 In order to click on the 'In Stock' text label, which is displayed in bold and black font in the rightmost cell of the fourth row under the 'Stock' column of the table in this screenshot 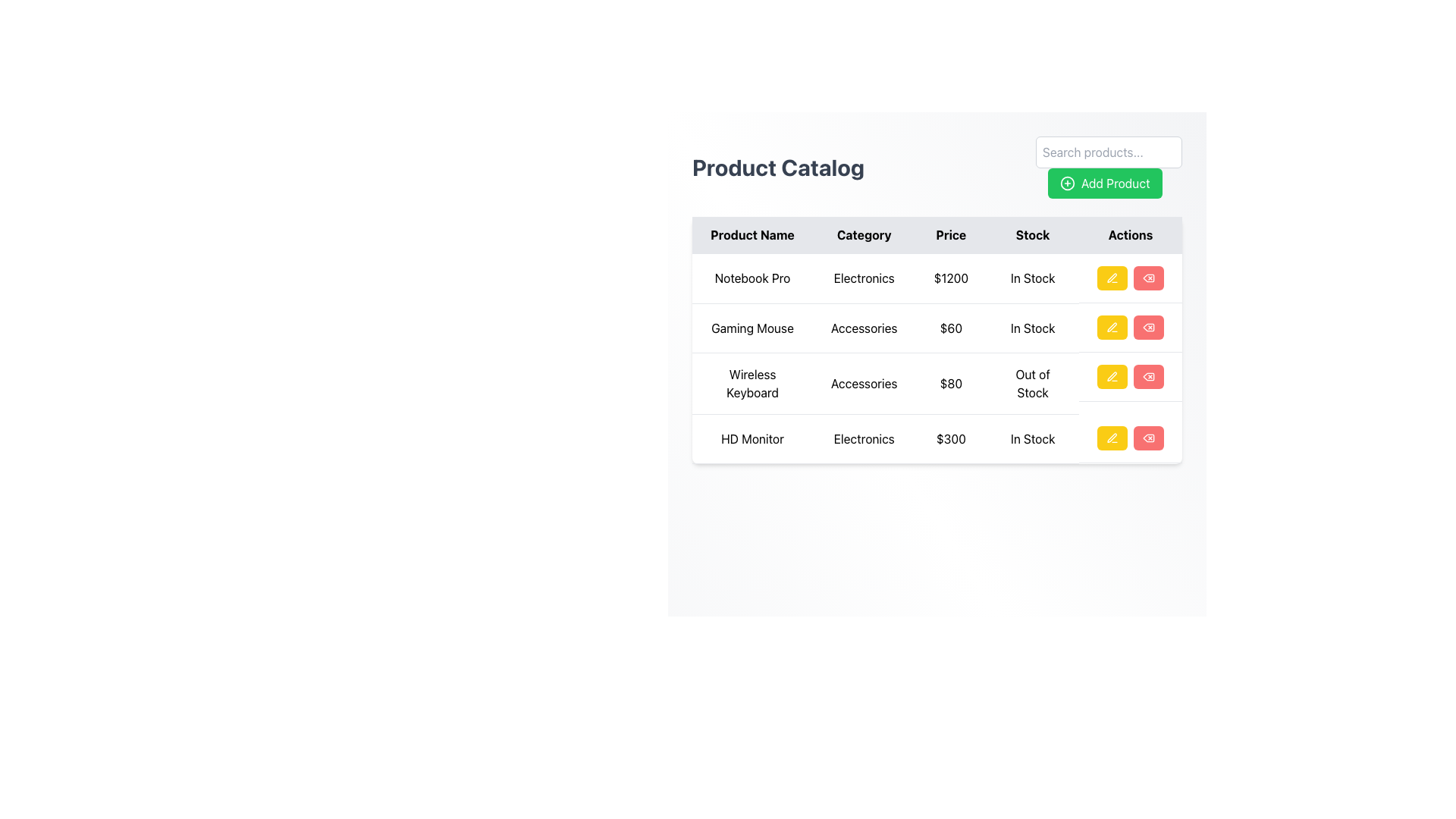, I will do `click(1032, 438)`.